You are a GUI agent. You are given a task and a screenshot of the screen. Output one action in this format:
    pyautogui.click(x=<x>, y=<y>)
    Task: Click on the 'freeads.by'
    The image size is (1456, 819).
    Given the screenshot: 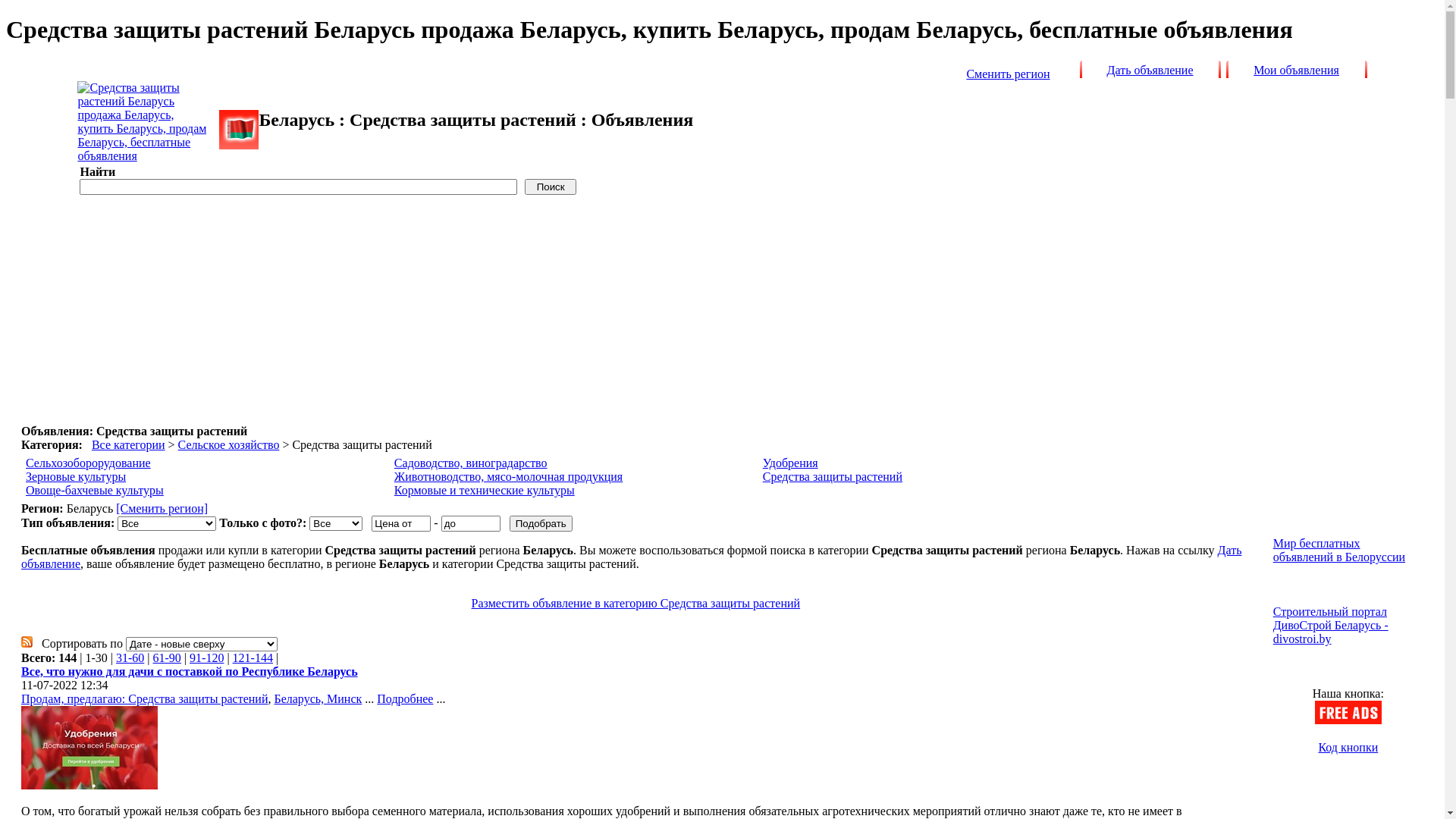 What is the action you would take?
    pyautogui.click(x=218, y=128)
    